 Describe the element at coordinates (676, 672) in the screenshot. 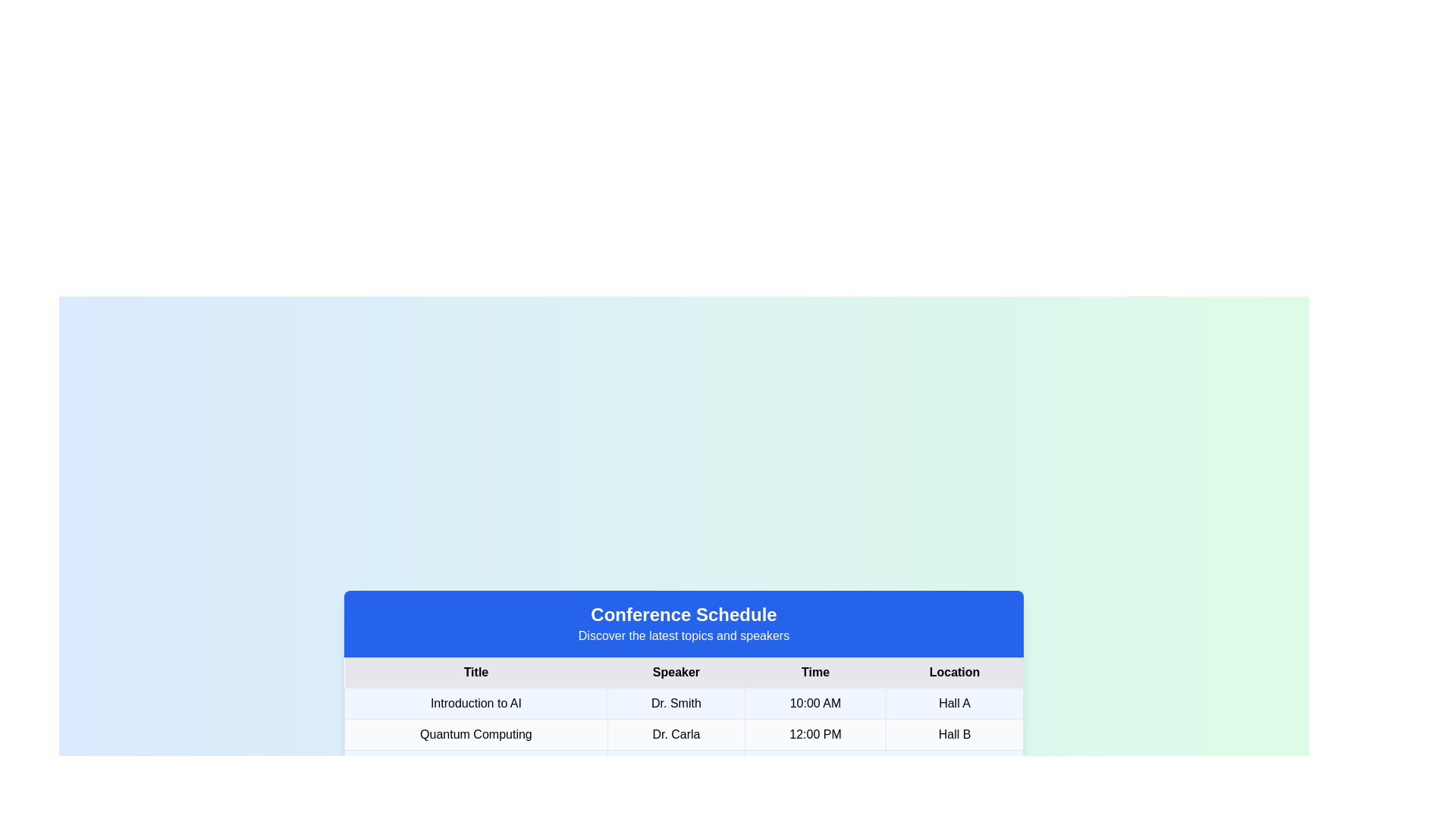

I see `the 'Speaker' text label in bold font located in the table header row, which is the second header directly to the right of the 'Title' header` at that location.